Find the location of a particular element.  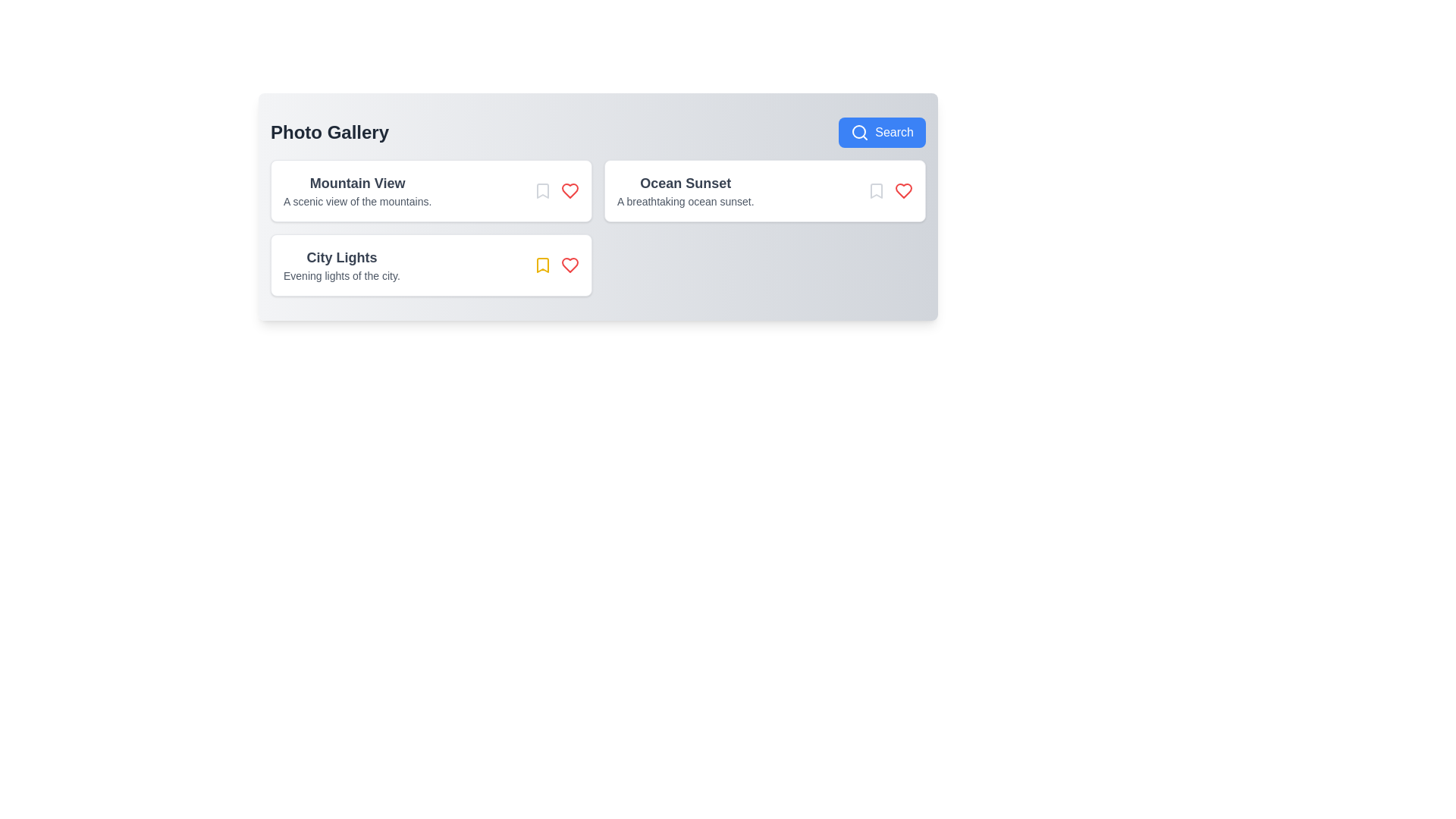

heart icon for the photo titled Mountain View to indicate preference is located at coordinates (570, 190).